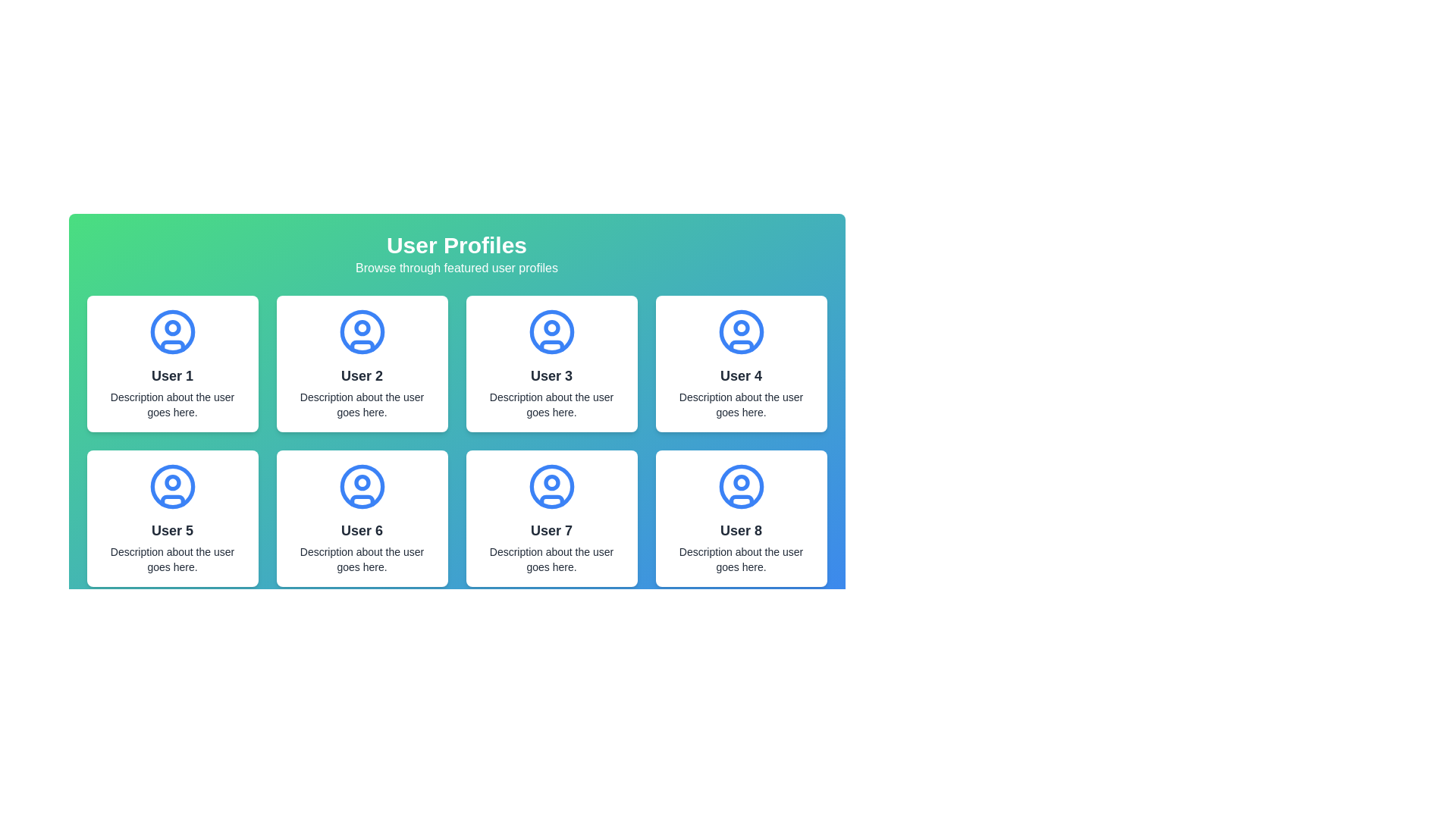  Describe the element at coordinates (172, 559) in the screenshot. I see `the text element containing 'Description about the user goes here.' positioned below the user profile title 'User 5'` at that location.